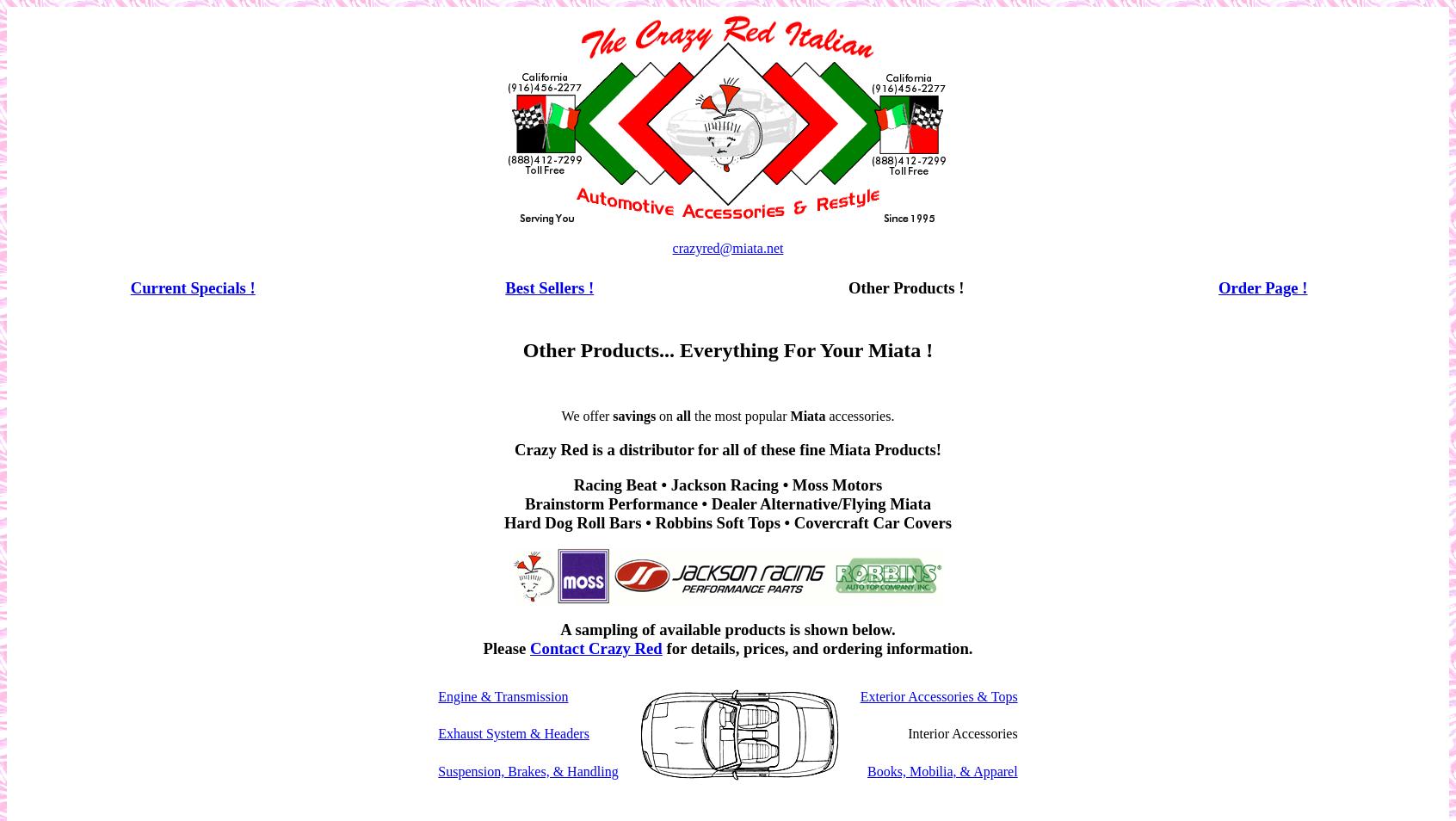 The image size is (1456, 821). Describe the element at coordinates (633, 415) in the screenshot. I see `'savings'` at that location.